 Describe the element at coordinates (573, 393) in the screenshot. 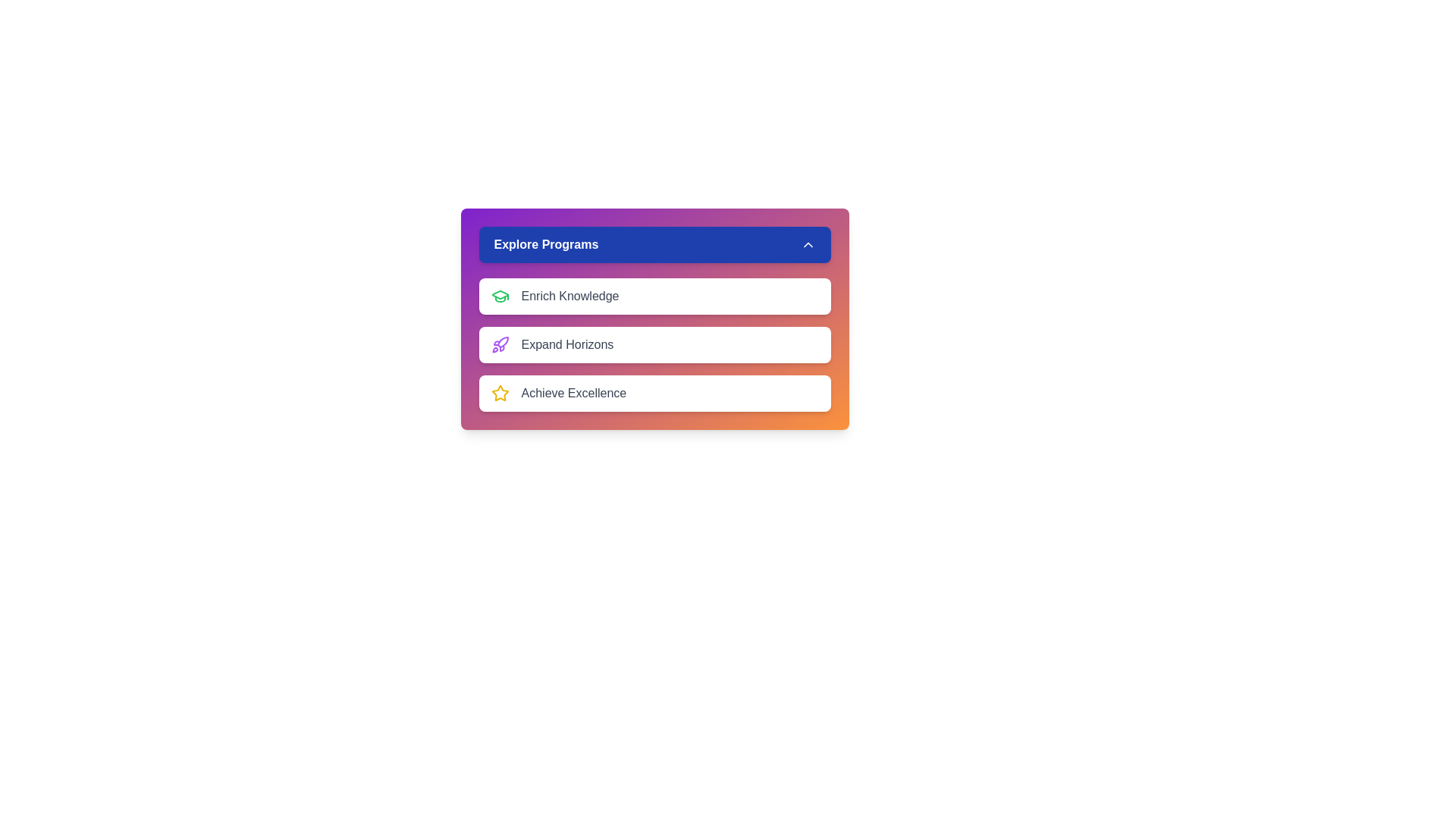

I see `text label located in the bottom row of the list, positioned to the right of a yellow star icon, which describes a feature or action` at that location.